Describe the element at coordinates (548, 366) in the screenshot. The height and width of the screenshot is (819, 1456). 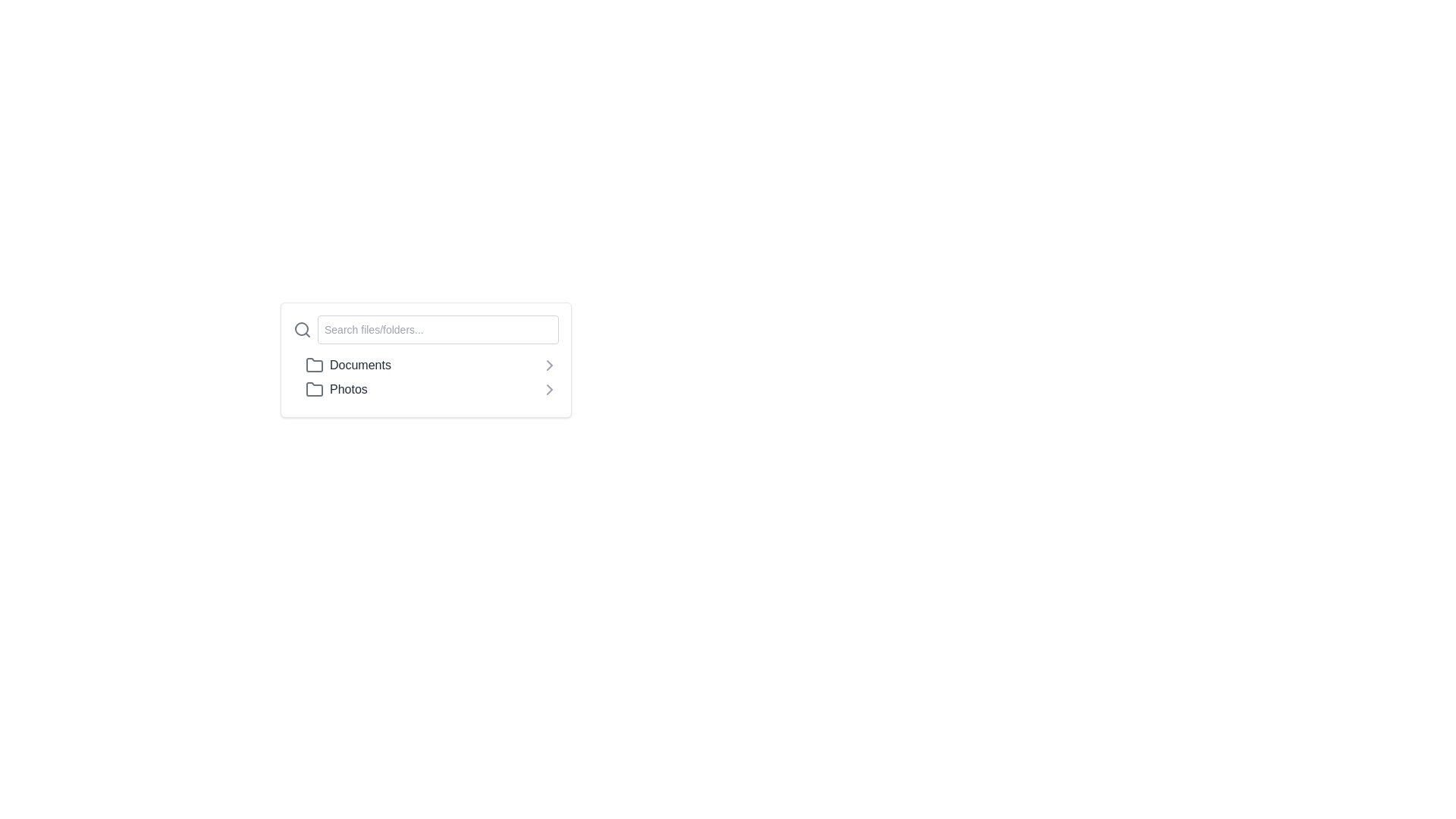
I see `the Chevron icon located on the right-most side of the 'Documents' row` at that location.